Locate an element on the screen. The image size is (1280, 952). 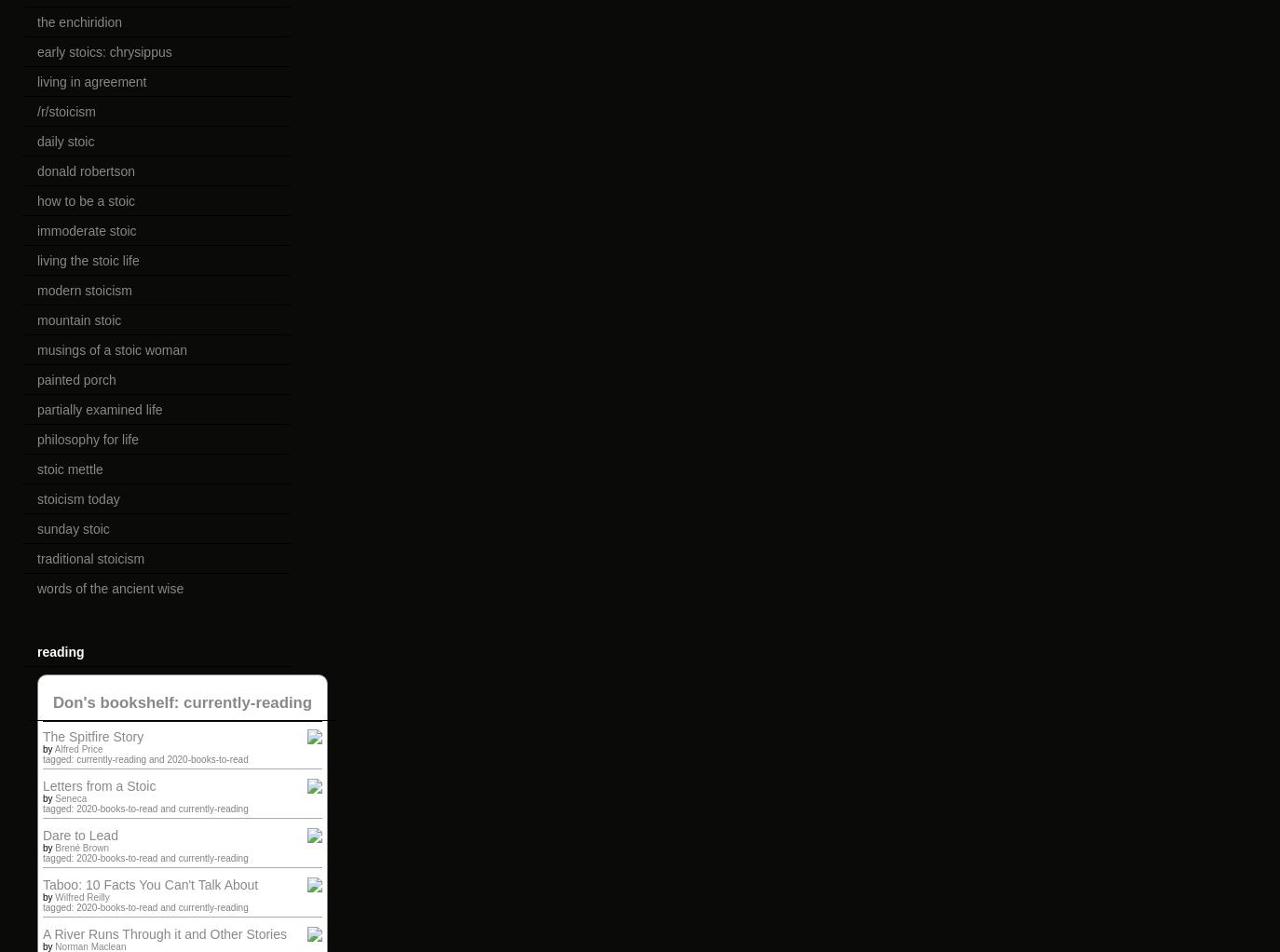
'Taboo: 10 Facts You Can't Talk About' is located at coordinates (149, 884).